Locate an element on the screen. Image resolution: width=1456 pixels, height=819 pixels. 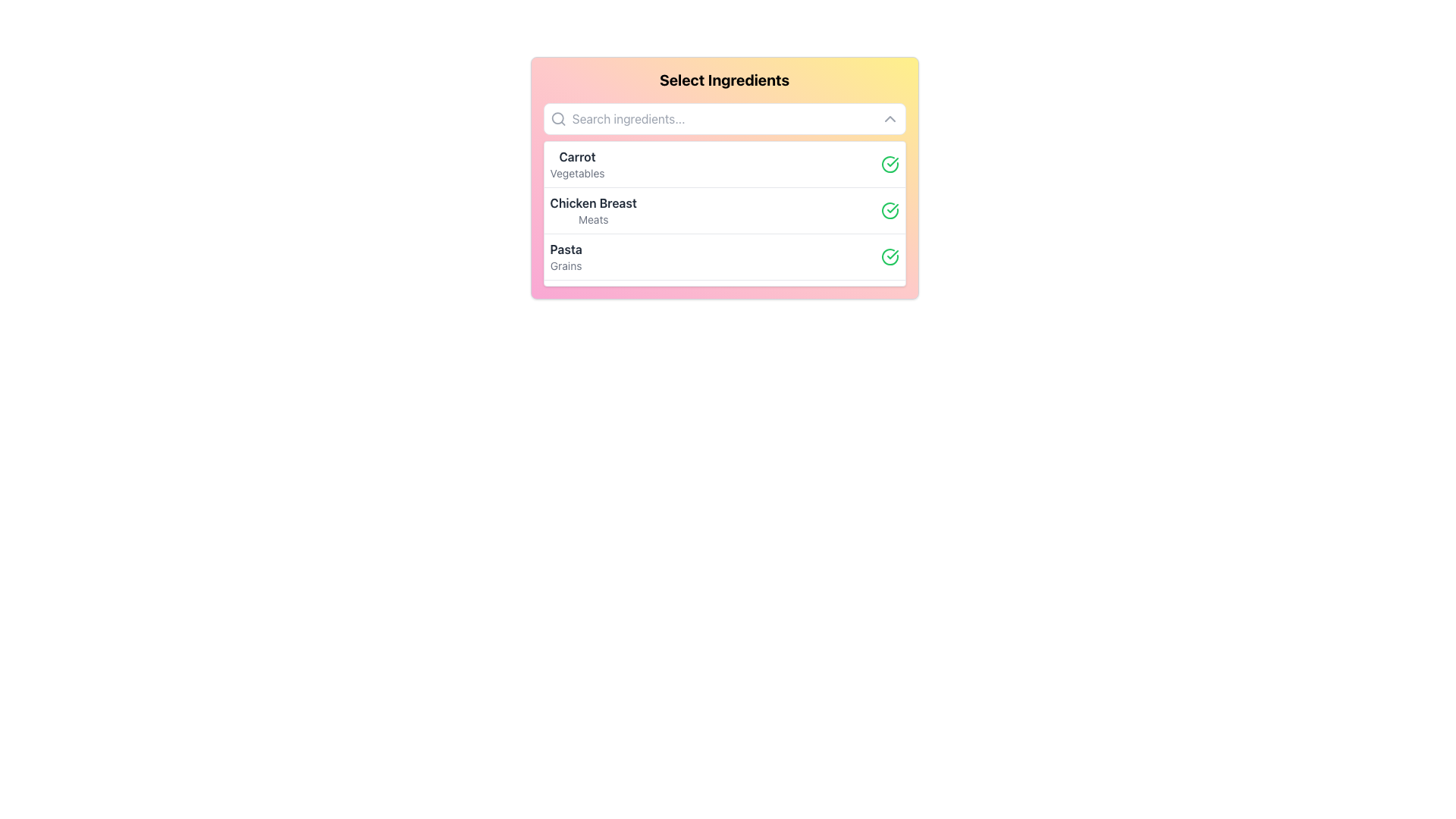
the small, upward-pointing chevron icon in gray color located at the far right end of the search bar is located at coordinates (890, 118).